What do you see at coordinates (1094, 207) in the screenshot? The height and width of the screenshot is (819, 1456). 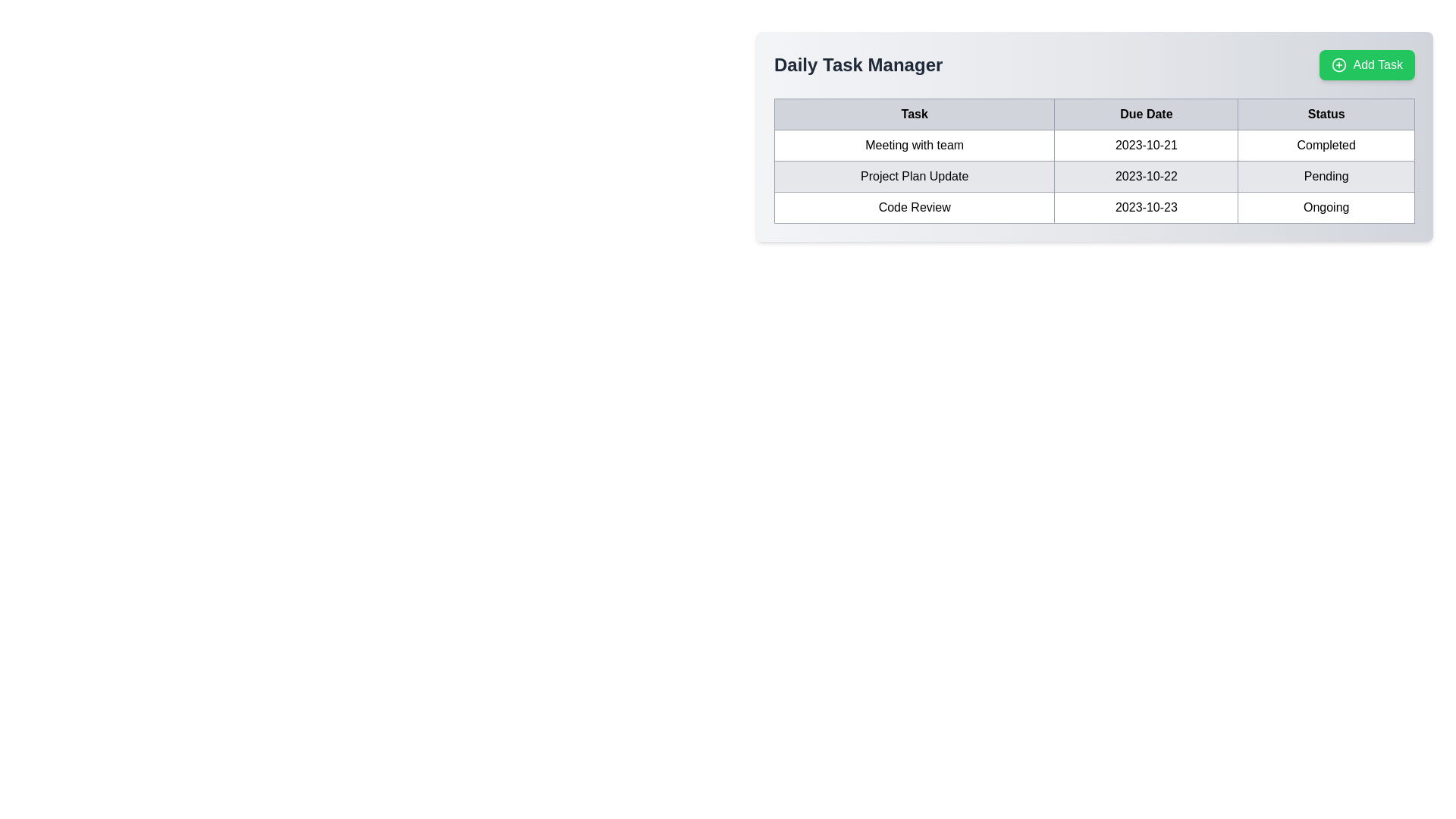 I see `the third row of the table containing the task 'Code Review', due date '2023-10-23', and status 'Ongoing'` at bounding box center [1094, 207].